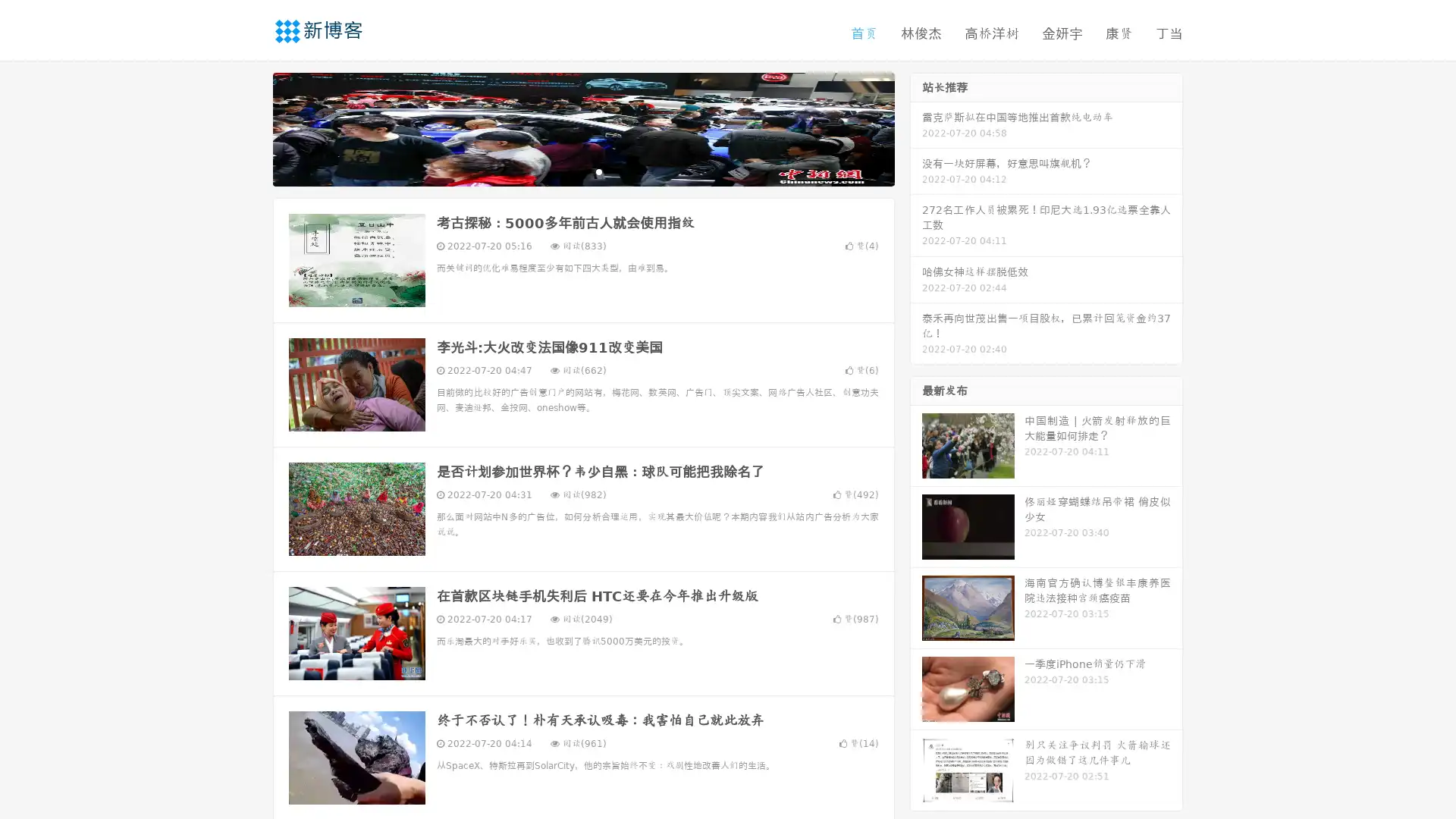 This screenshot has height=819, width=1456. I want to click on Previous slide, so click(250, 127).